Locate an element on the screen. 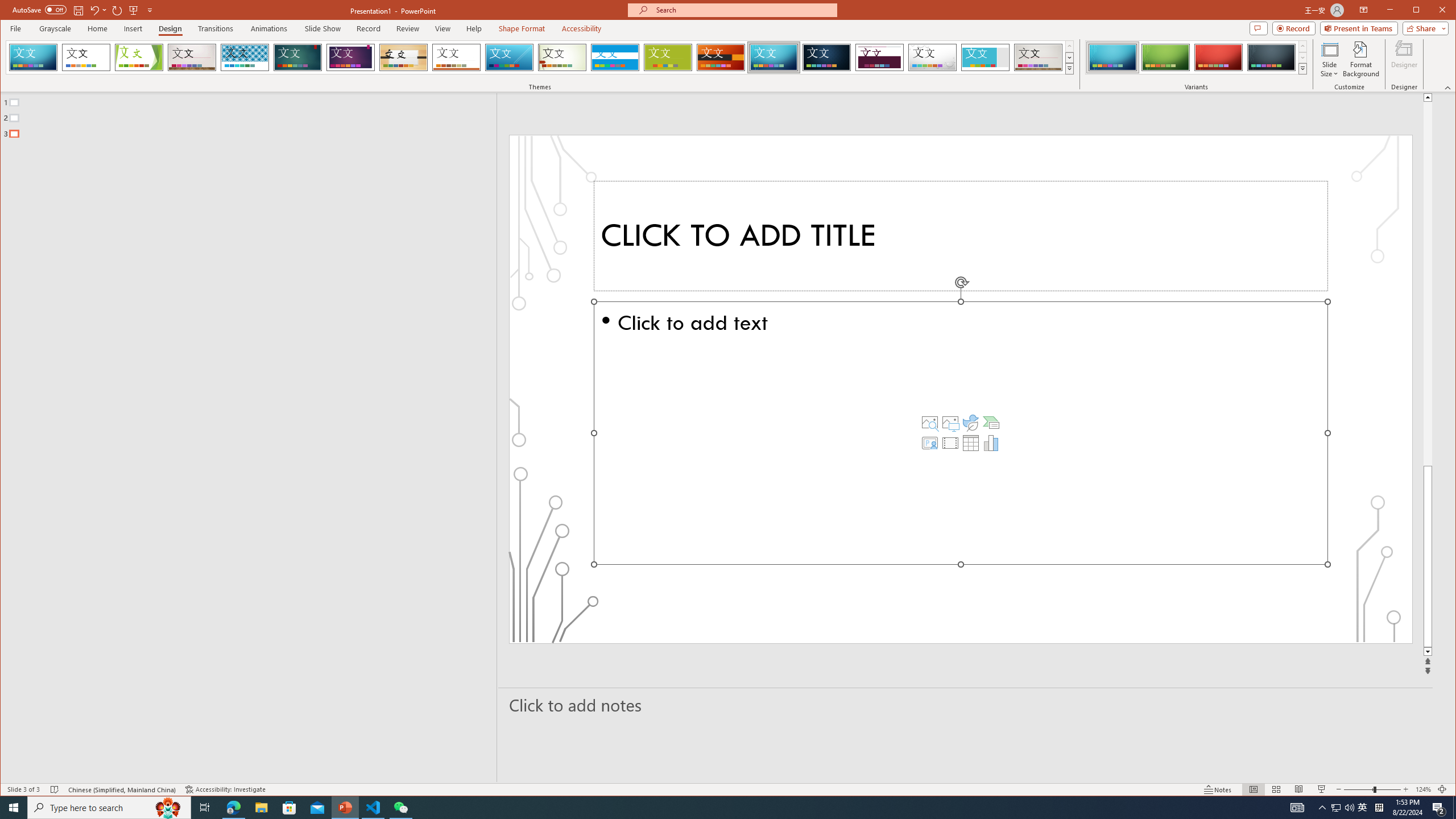  'Facet' is located at coordinates (139, 57).